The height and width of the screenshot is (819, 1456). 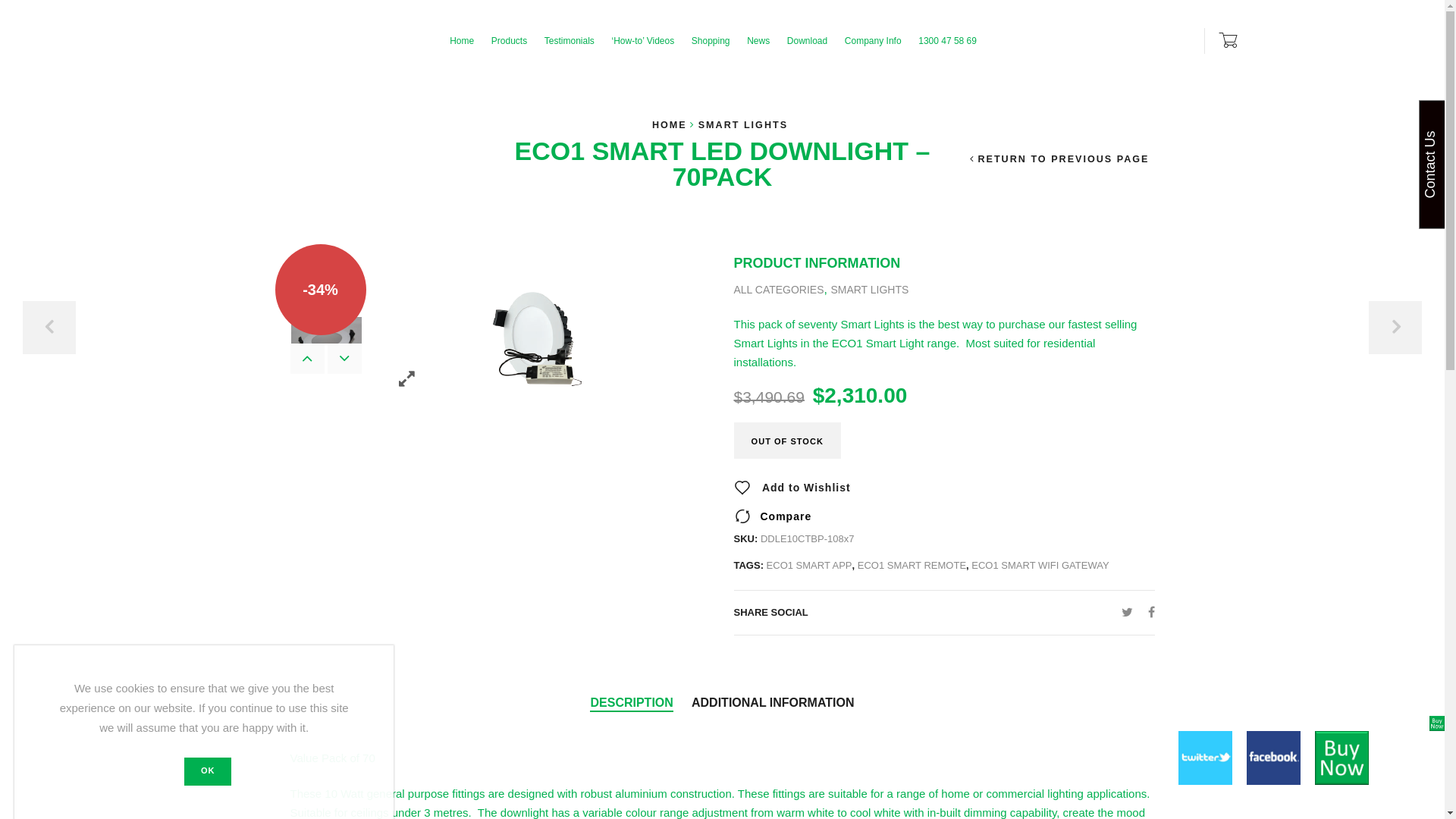 What do you see at coordinates (734, 516) in the screenshot?
I see `'Compare'` at bounding box center [734, 516].